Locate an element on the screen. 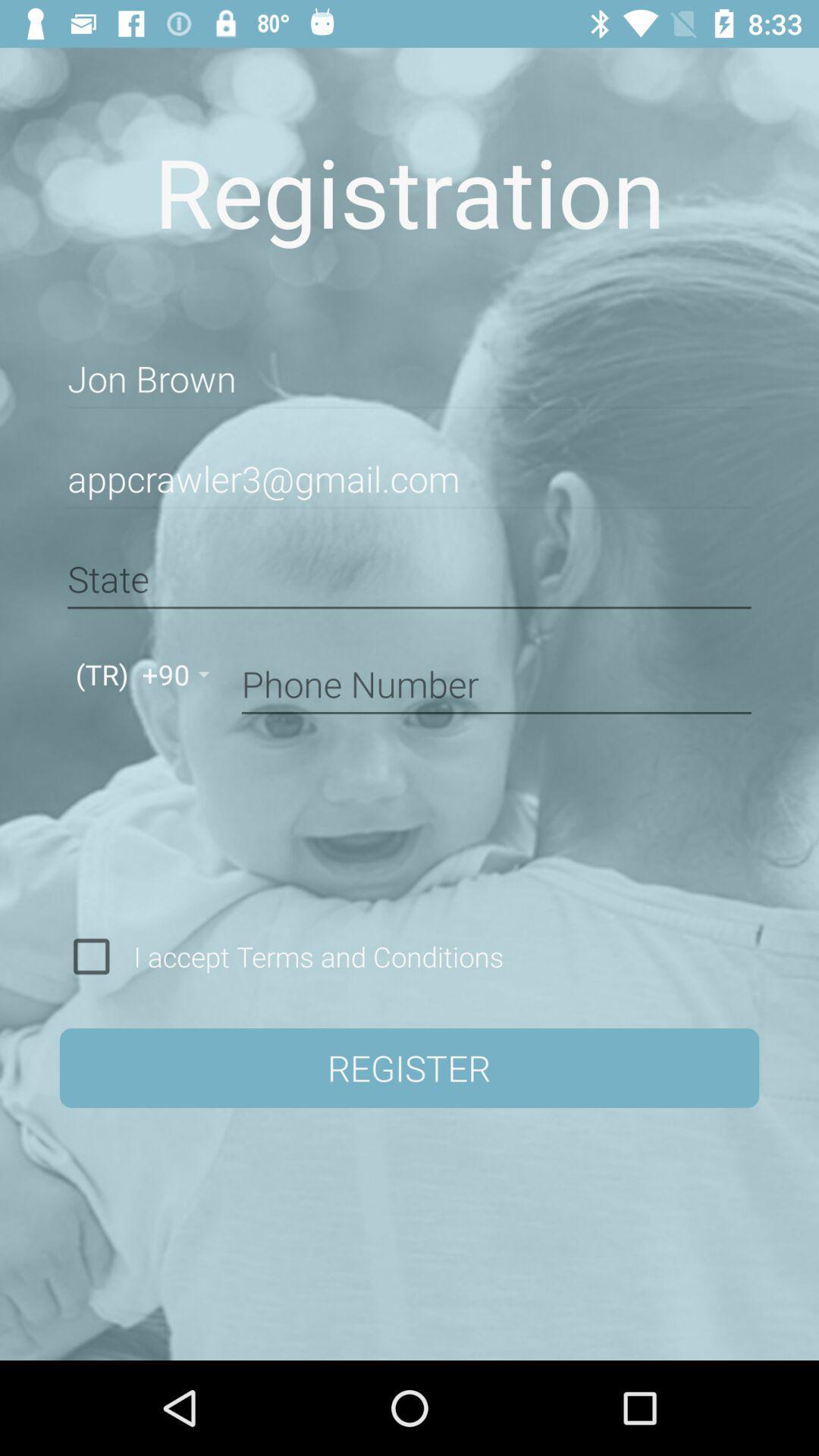 This screenshot has width=819, height=1456. the appcrawler3@gmail.com item is located at coordinates (409, 479).